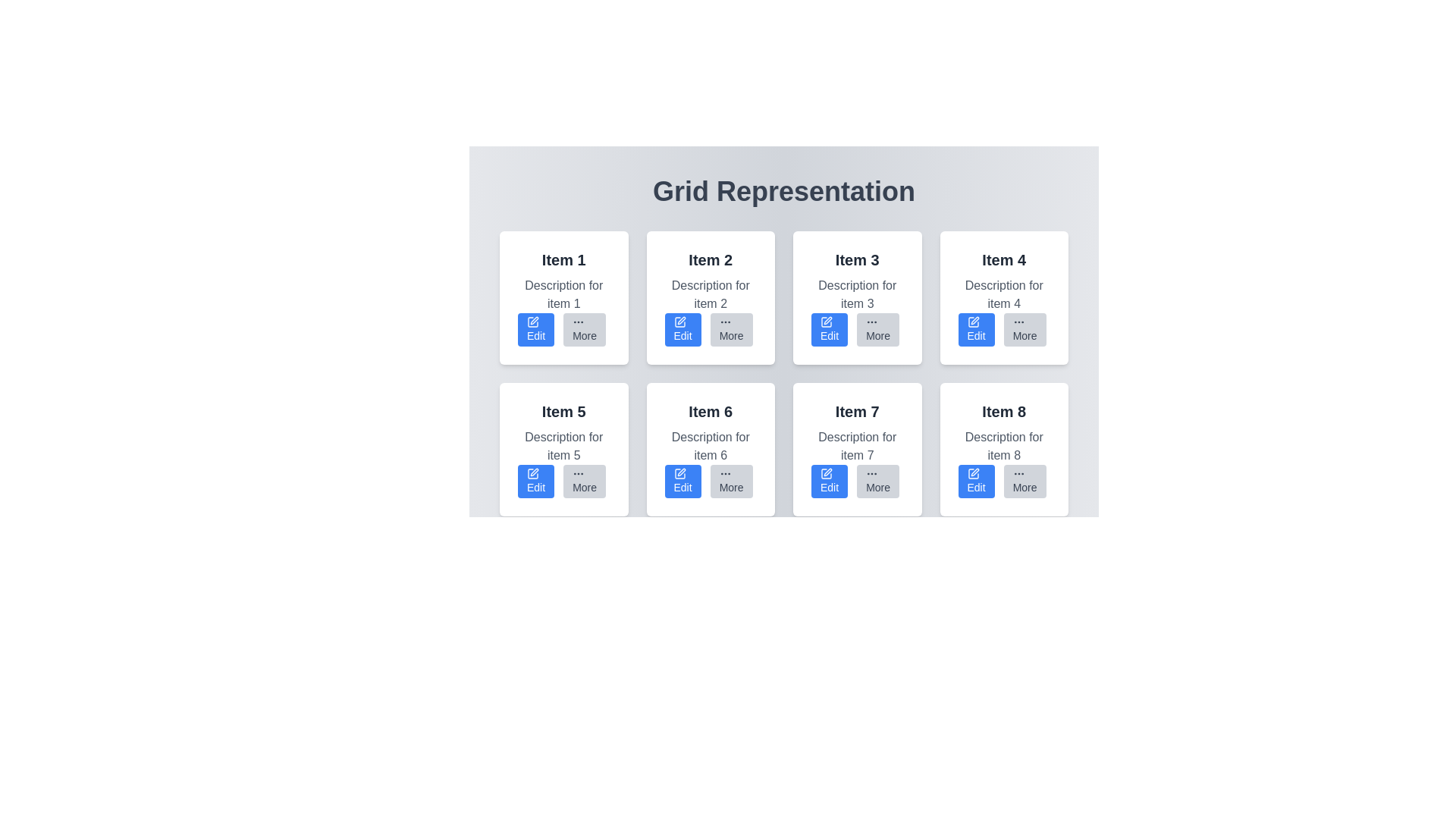 This screenshot has width=1456, height=819. What do you see at coordinates (731, 329) in the screenshot?
I see `the button located at the bottom-right corner of the second grid item in the first row to potentially see a tooltip effect` at bounding box center [731, 329].